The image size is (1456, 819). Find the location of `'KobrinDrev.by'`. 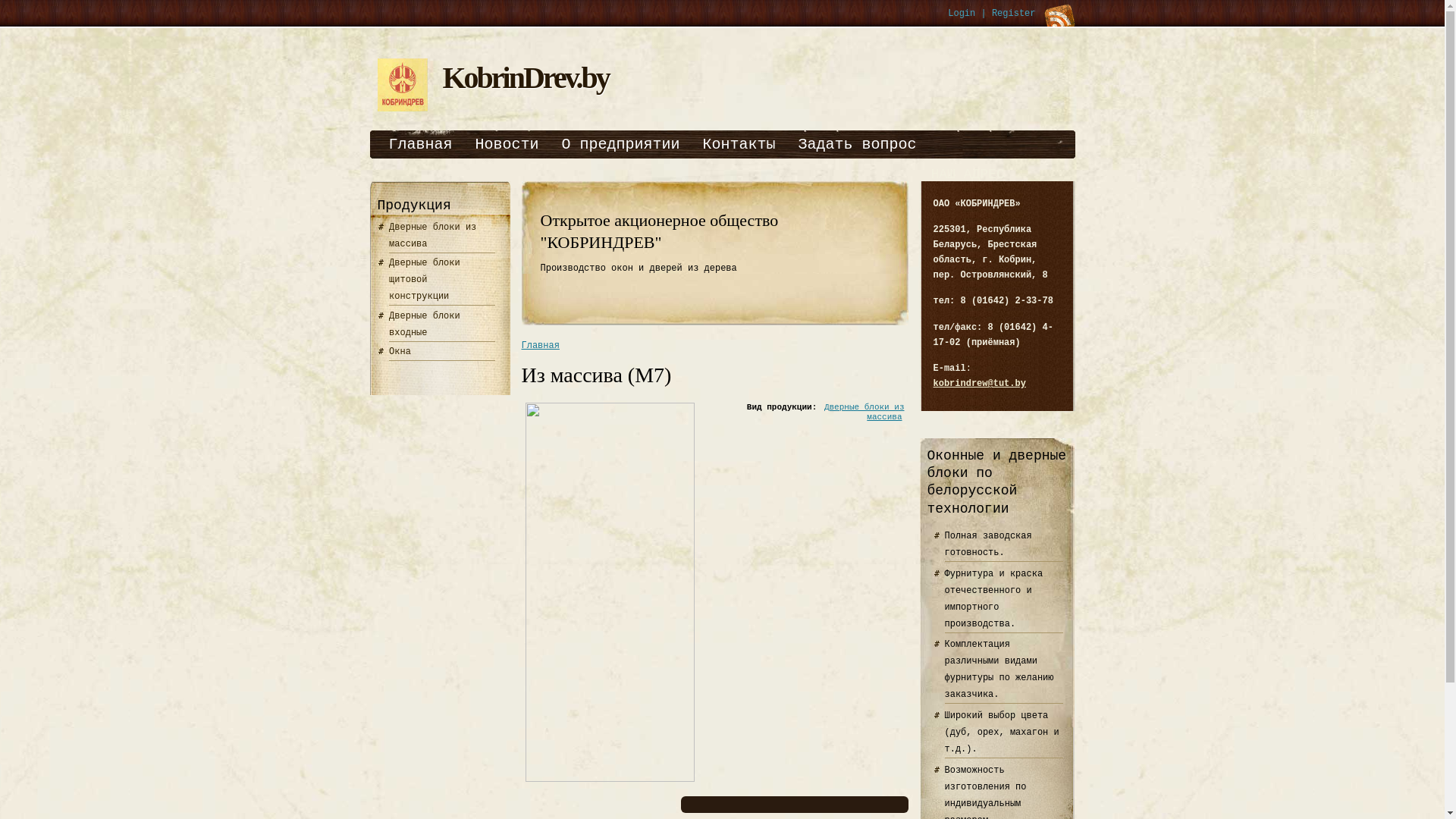

'KobrinDrev.by' is located at coordinates (526, 77).